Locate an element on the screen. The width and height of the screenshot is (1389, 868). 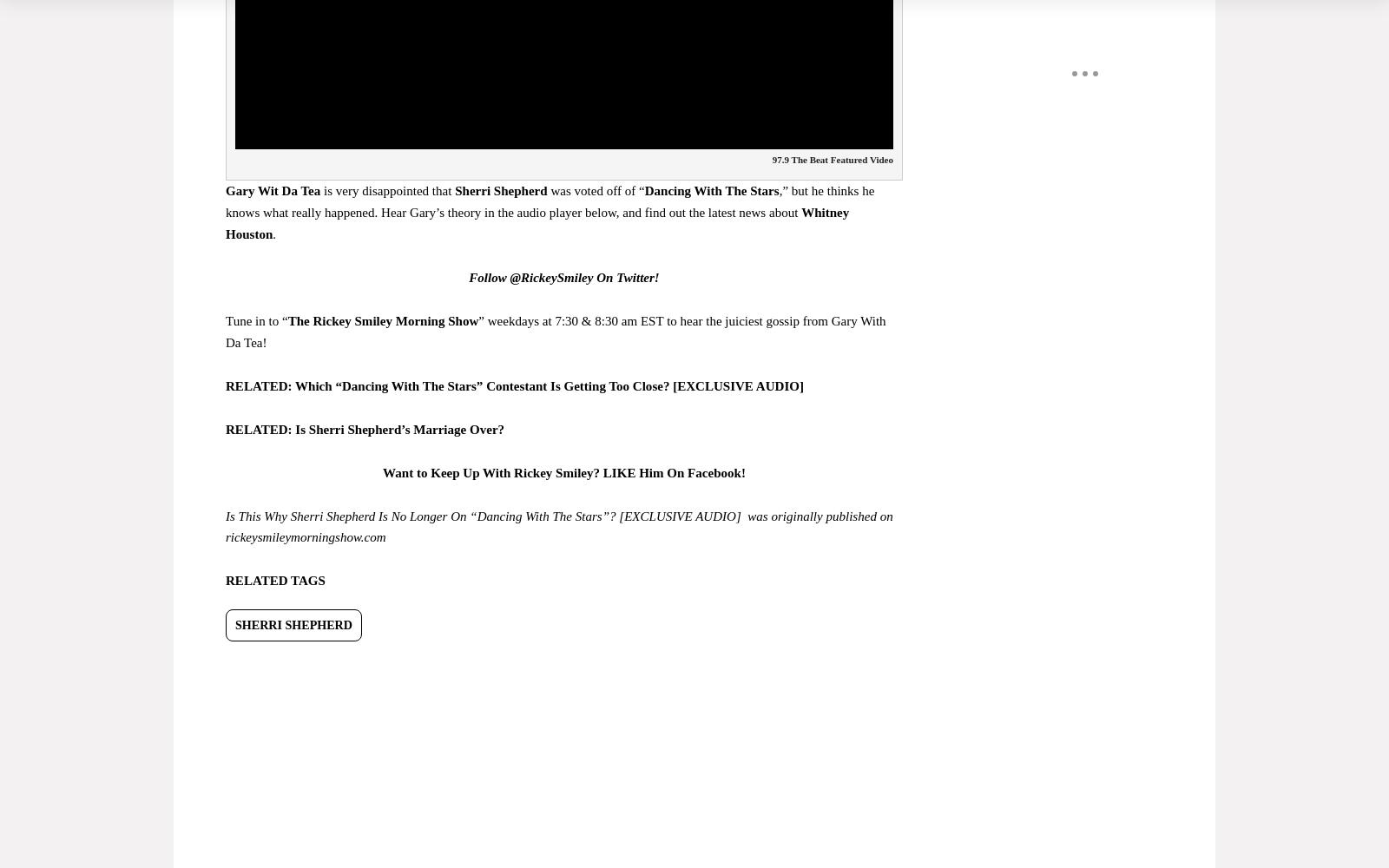
'Want to Keep Up With Rickey Smiley? LIKE Him On Facebook!' is located at coordinates (563, 472).